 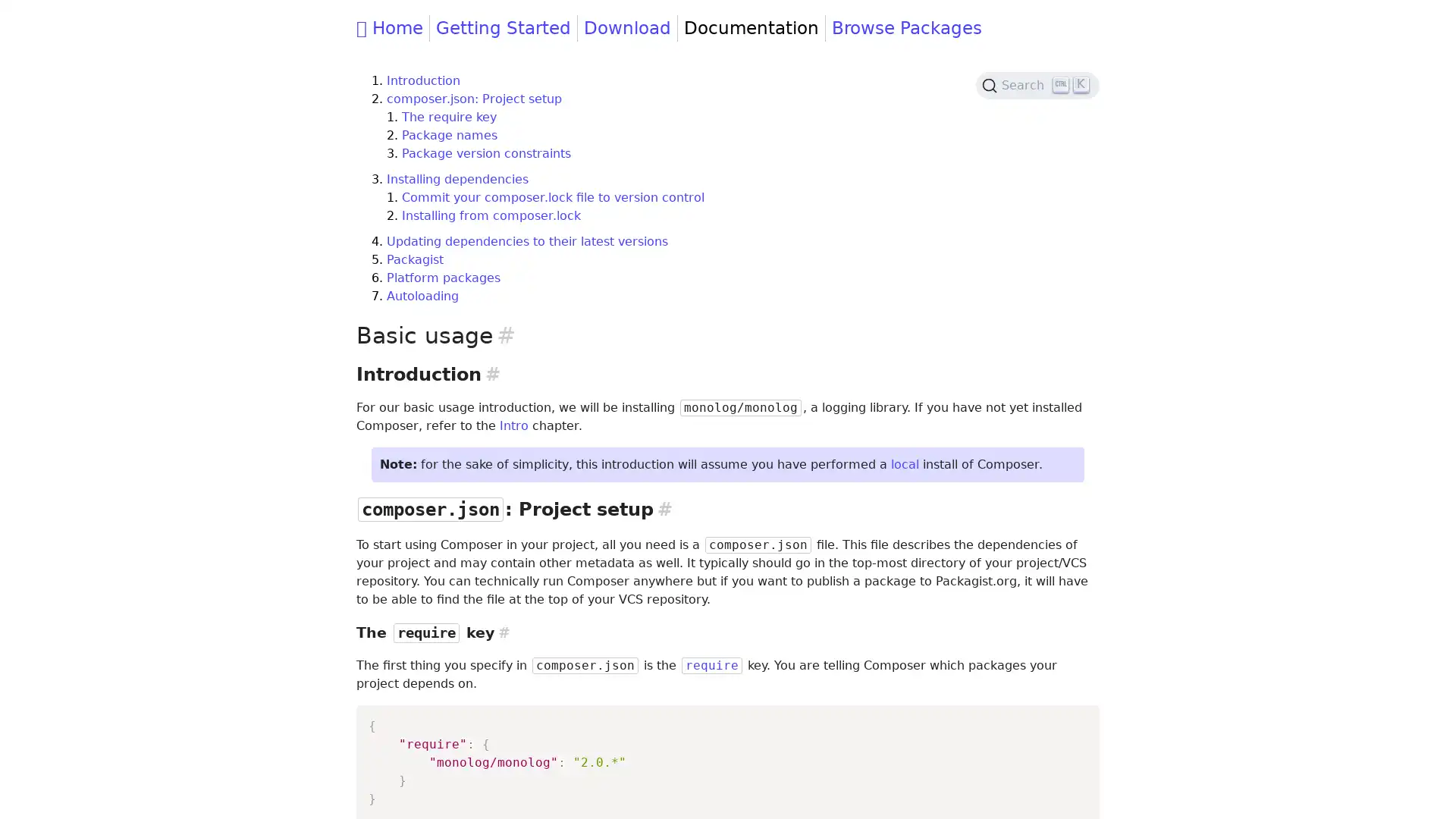 I want to click on Search, so click(x=1037, y=84).